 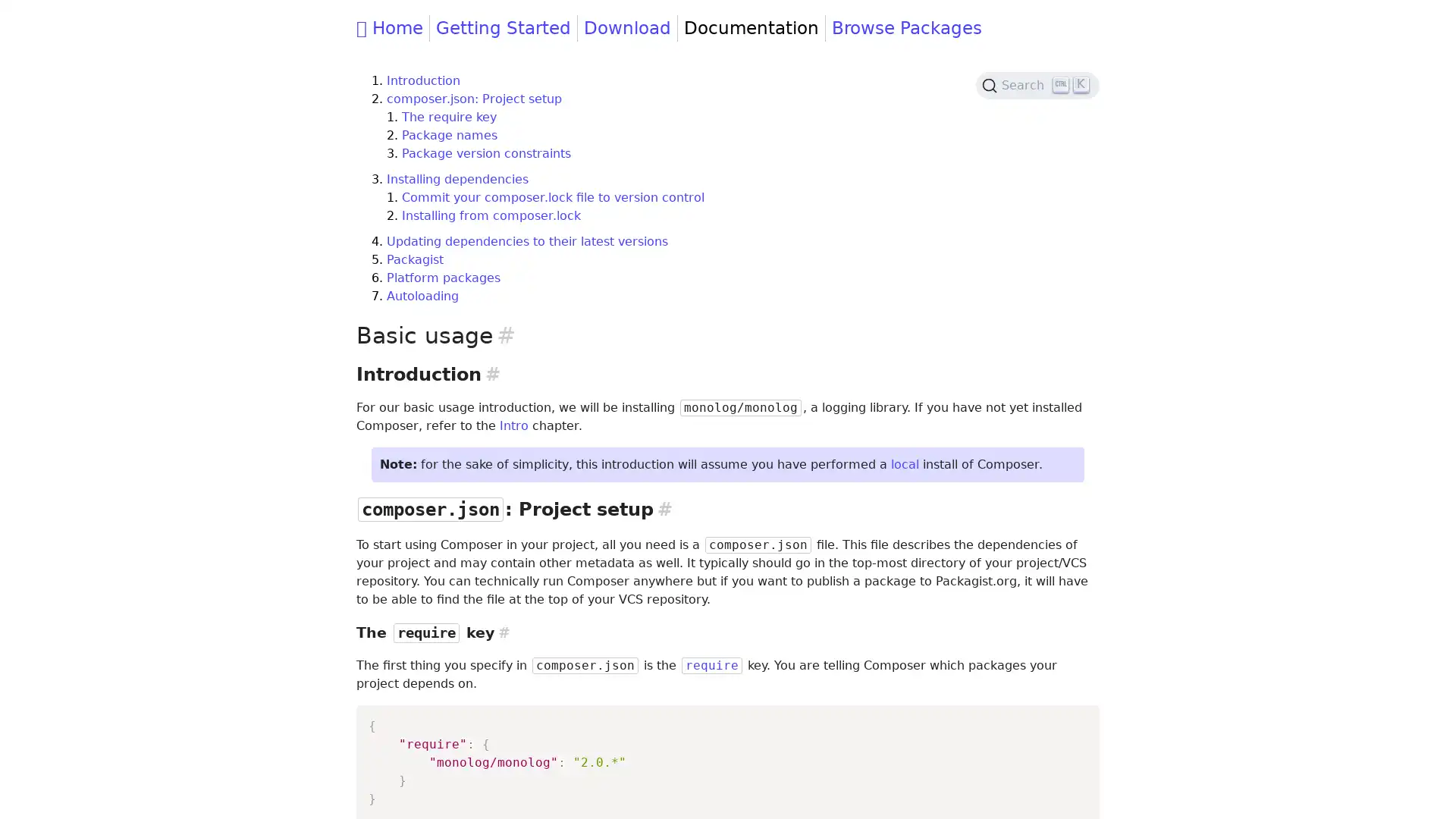 I want to click on Search, so click(x=1037, y=84).